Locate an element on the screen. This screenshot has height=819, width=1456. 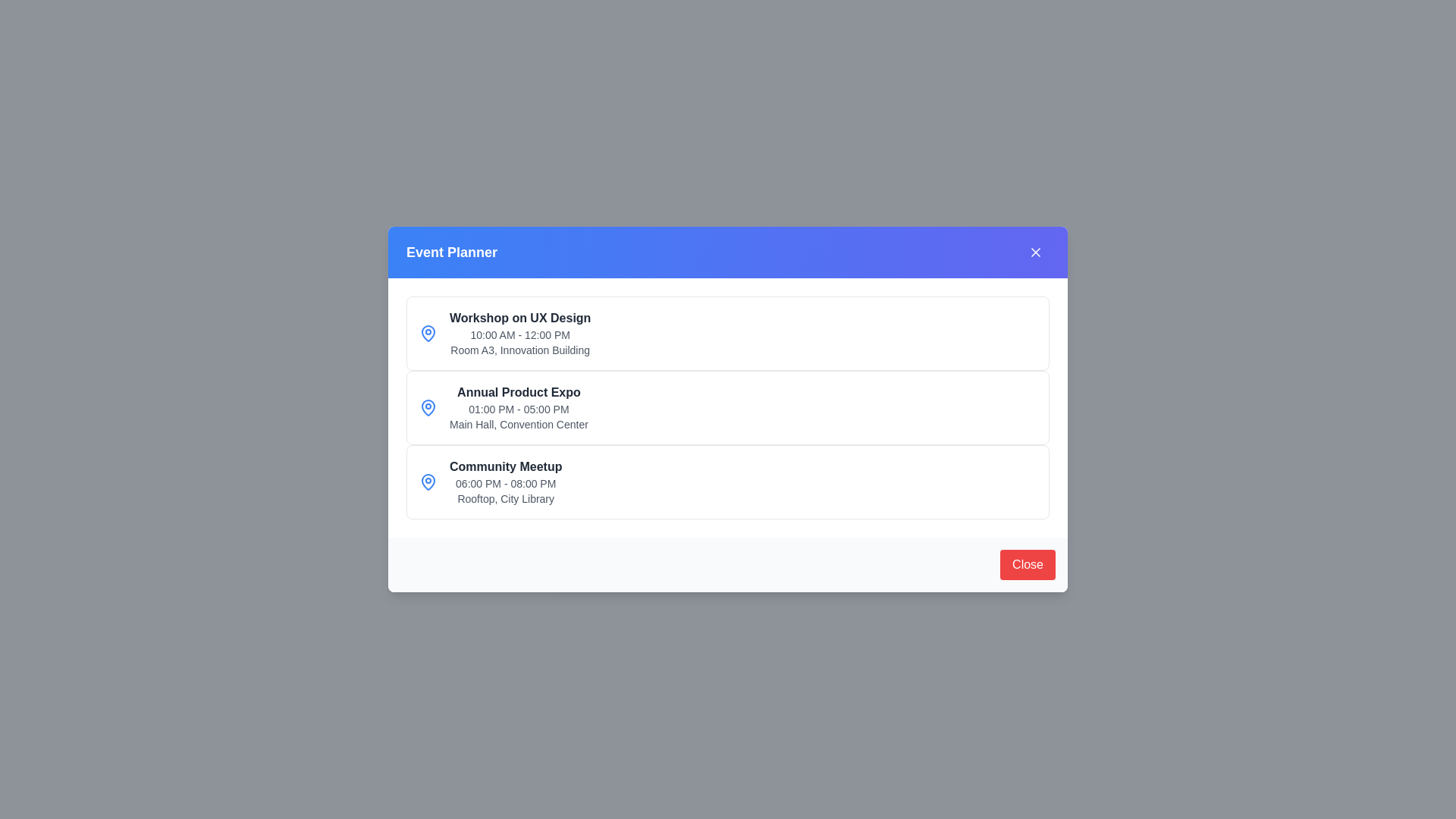
the section corresponding to Workshop on UX Design is located at coordinates (728, 332).